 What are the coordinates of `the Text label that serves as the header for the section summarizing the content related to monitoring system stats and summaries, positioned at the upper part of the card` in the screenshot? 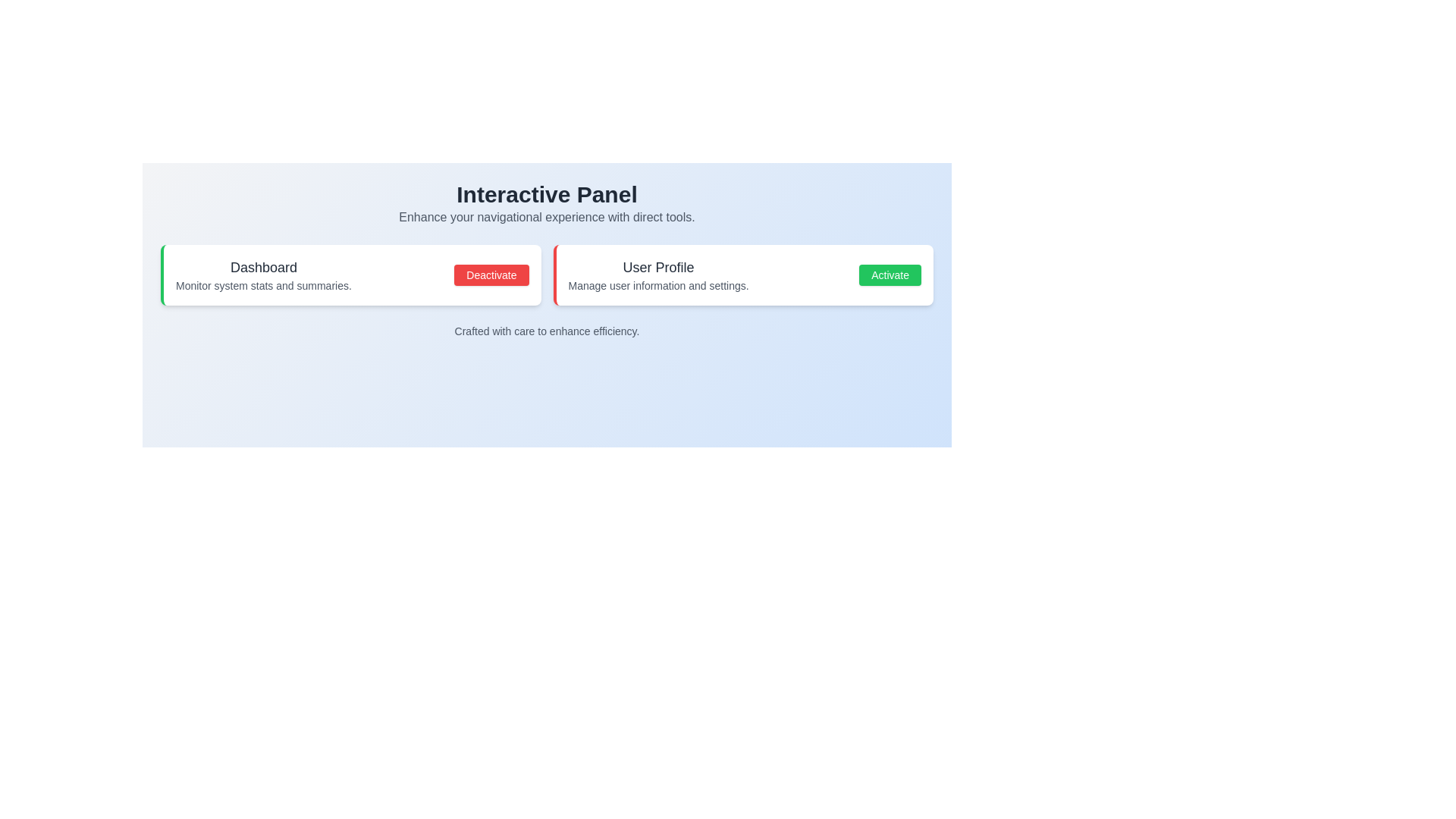 It's located at (263, 267).